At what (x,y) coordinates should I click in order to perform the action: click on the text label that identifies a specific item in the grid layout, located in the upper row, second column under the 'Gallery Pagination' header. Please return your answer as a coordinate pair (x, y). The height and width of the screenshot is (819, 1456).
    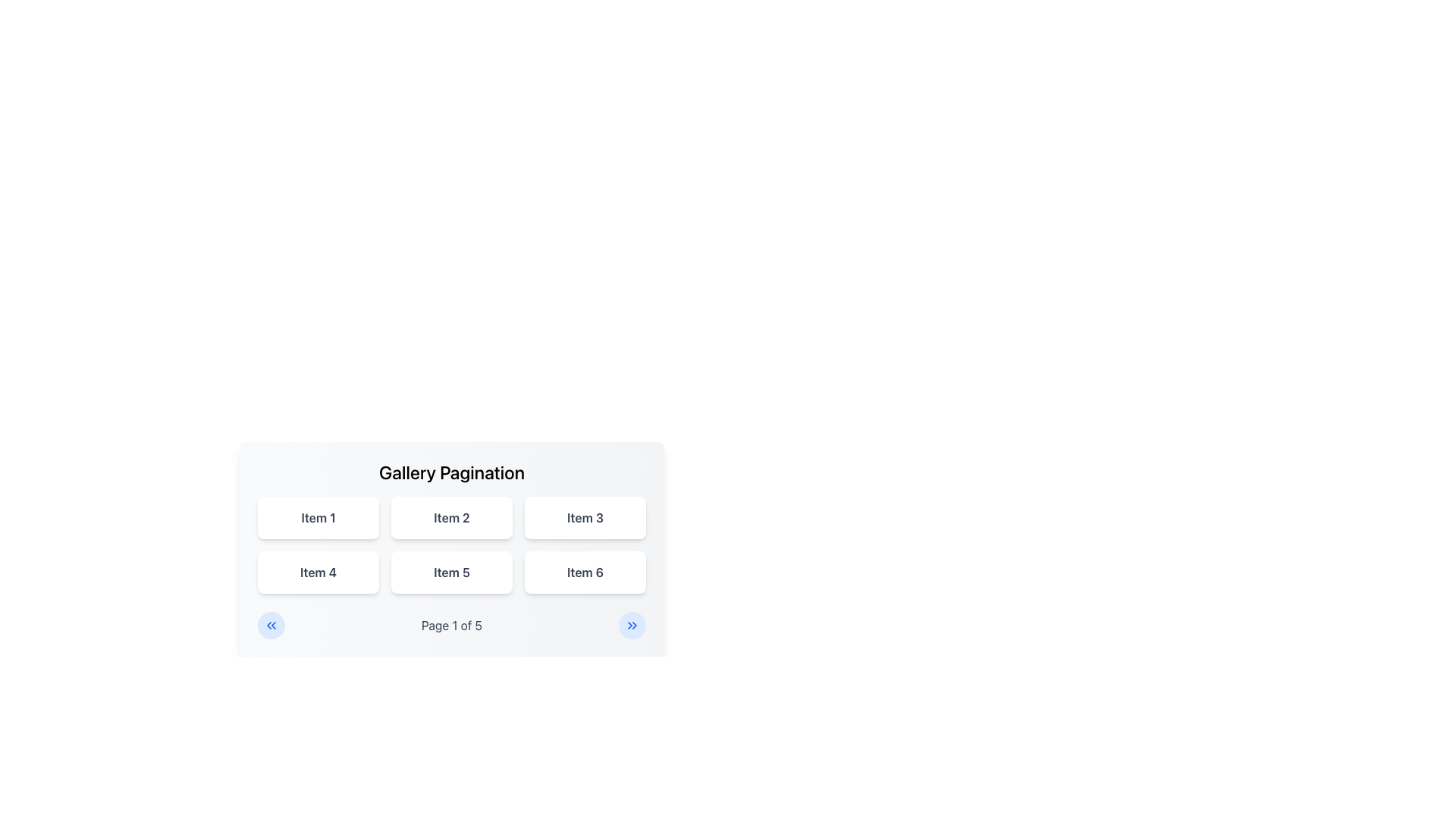
    Looking at the image, I should click on (450, 516).